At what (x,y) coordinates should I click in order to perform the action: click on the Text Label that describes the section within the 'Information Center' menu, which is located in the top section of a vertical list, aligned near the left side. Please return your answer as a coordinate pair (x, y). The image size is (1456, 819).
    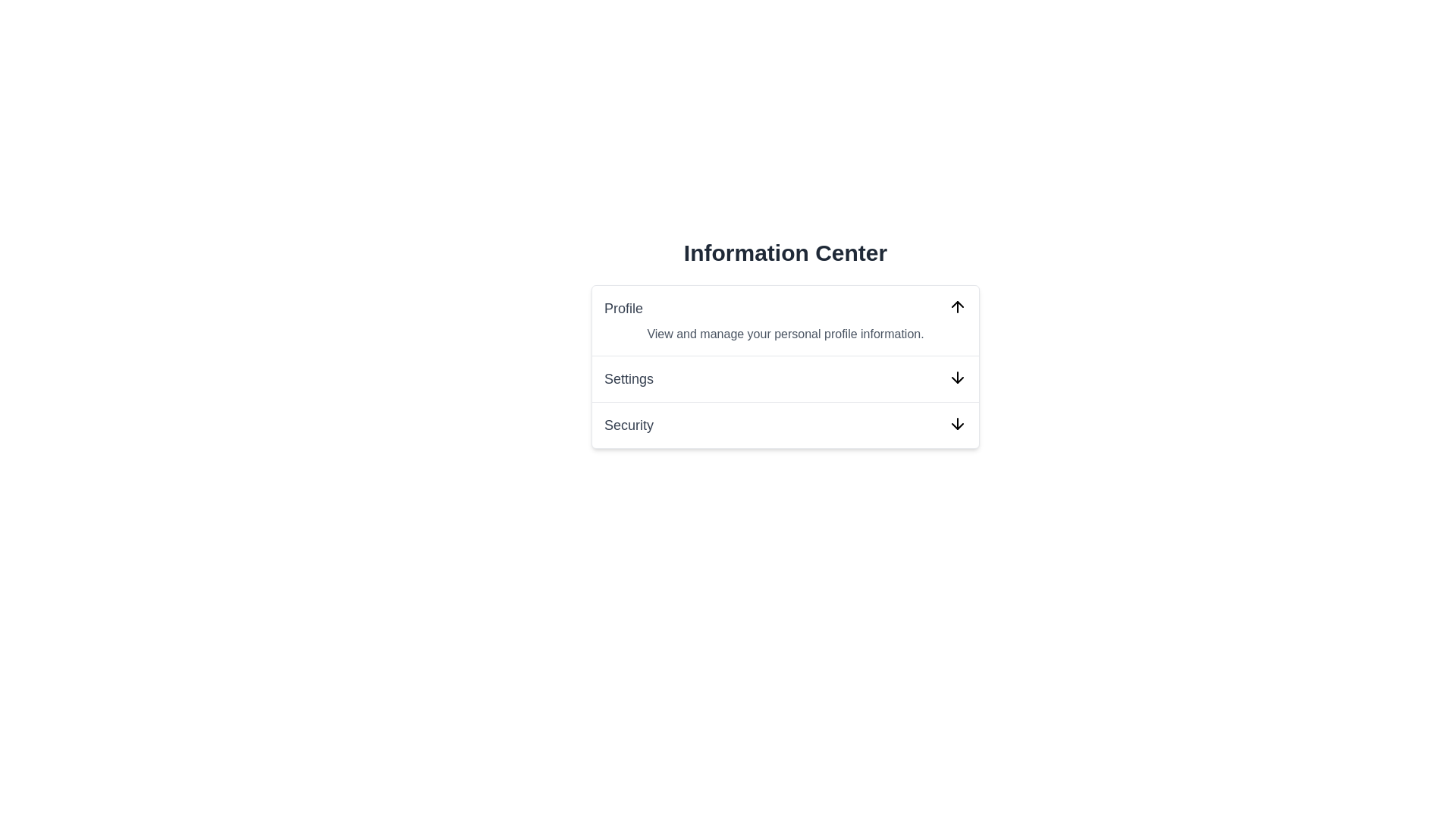
    Looking at the image, I should click on (623, 308).